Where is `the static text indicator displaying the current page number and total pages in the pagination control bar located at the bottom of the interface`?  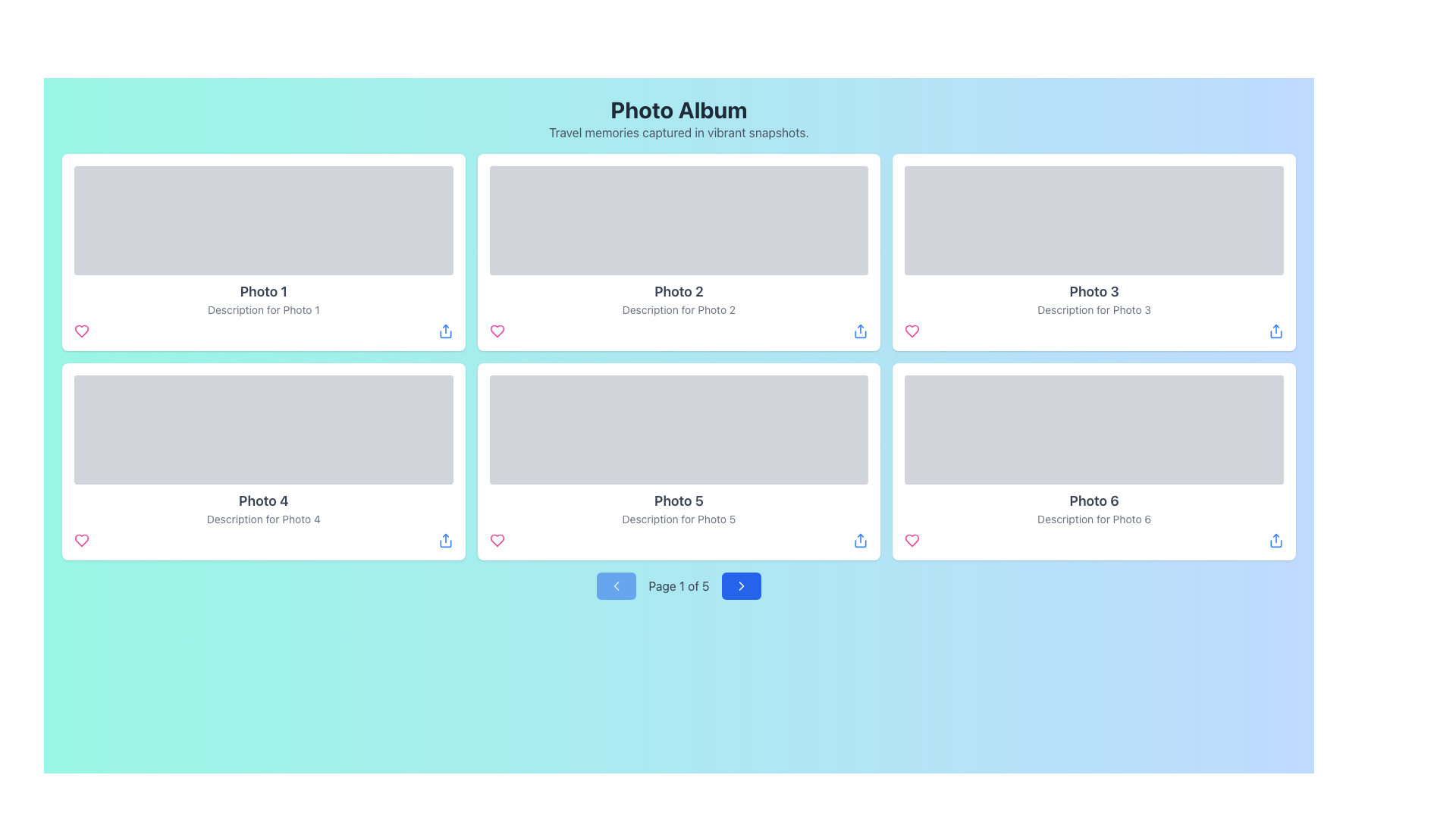 the static text indicator displaying the current page number and total pages in the pagination control bar located at the bottom of the interface is located at coordinates (678, 585).